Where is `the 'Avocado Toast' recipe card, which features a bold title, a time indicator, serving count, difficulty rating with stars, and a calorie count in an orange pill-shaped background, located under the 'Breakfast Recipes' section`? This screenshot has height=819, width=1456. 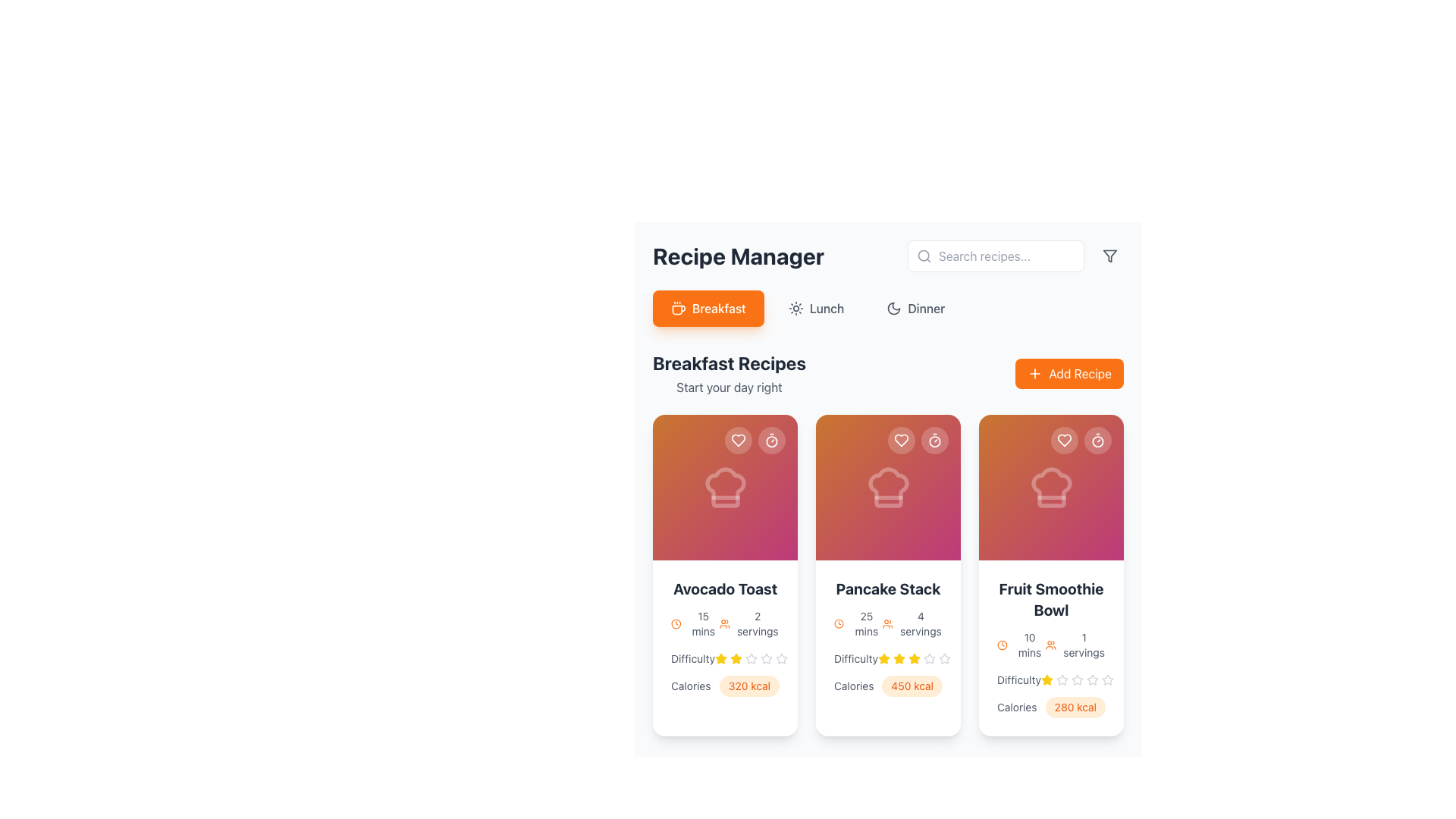
the 'Avocado Toast' recipe card, which features a bold title, a time indicator, serving count, difficulty rating with stars, and a calorie count in an orange pill-shaped background, located under the 'Breakfast Recipes' section is located at coordinates (724, 637).